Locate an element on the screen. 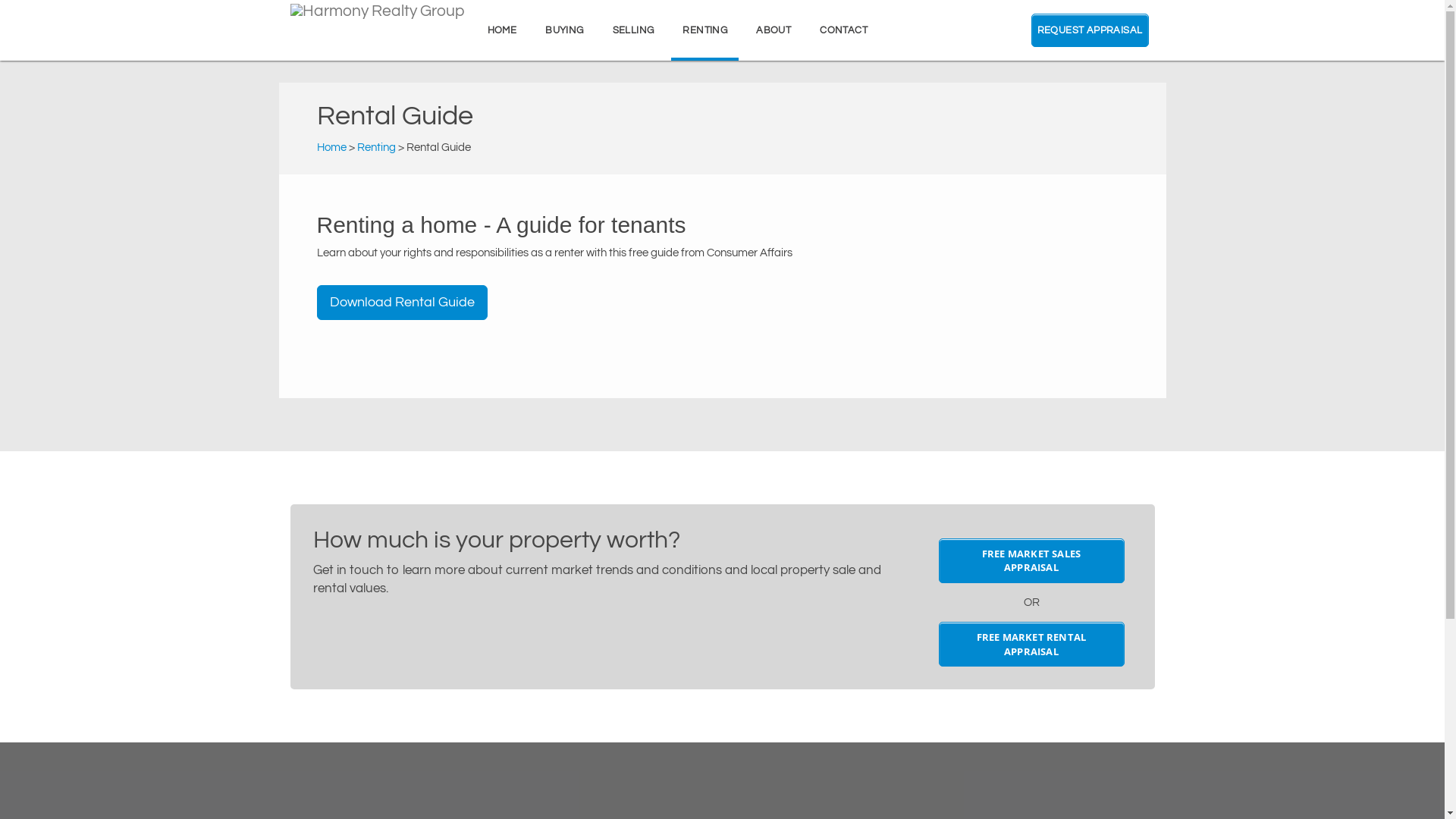  'FREE MARKET RENTAL APPRAISAL' is located at coordinates (1031, 644).